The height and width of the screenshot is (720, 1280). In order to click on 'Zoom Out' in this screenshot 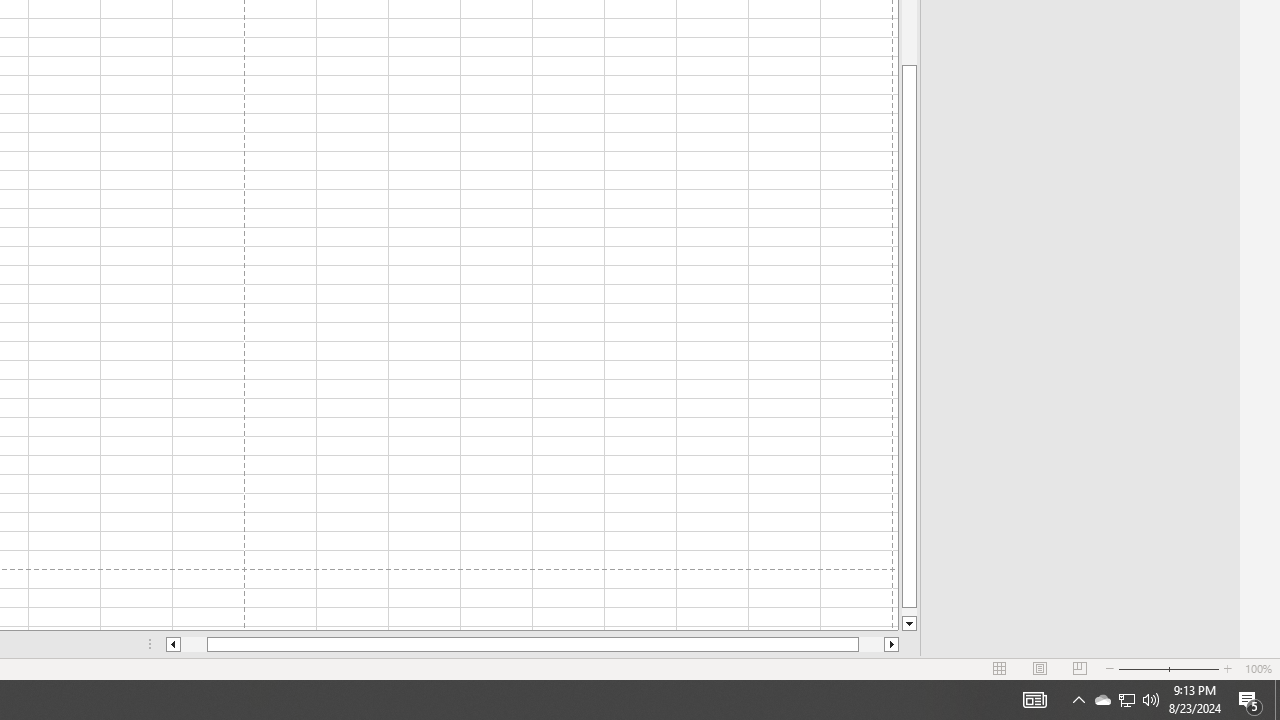, I will do `click(1143, 669)`.